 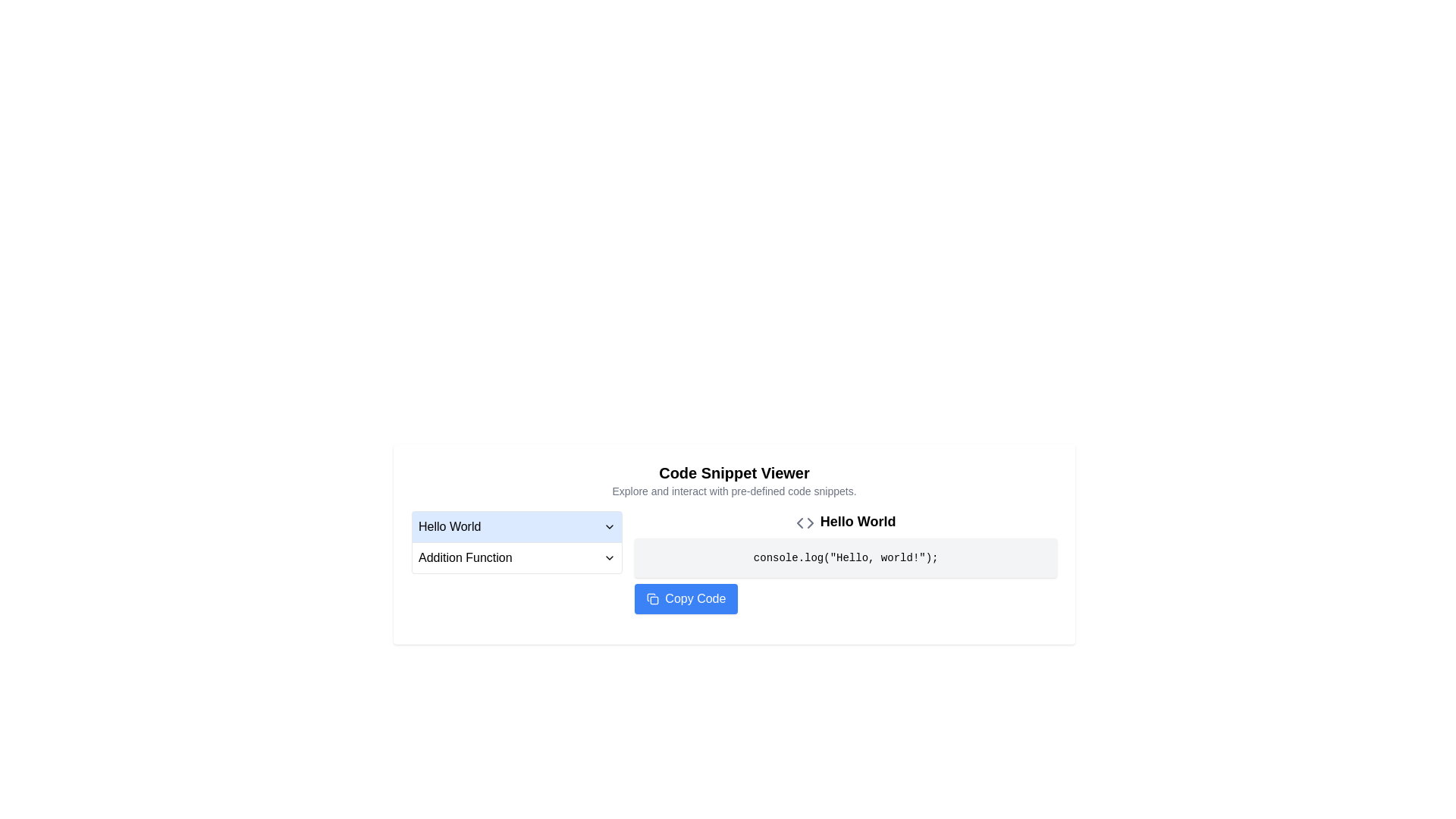 I want to click on the blue 'Copy Code' button with rounded corners located below the code block in the 'Code Snippet Viewer' section, so click(x=734, y=579).